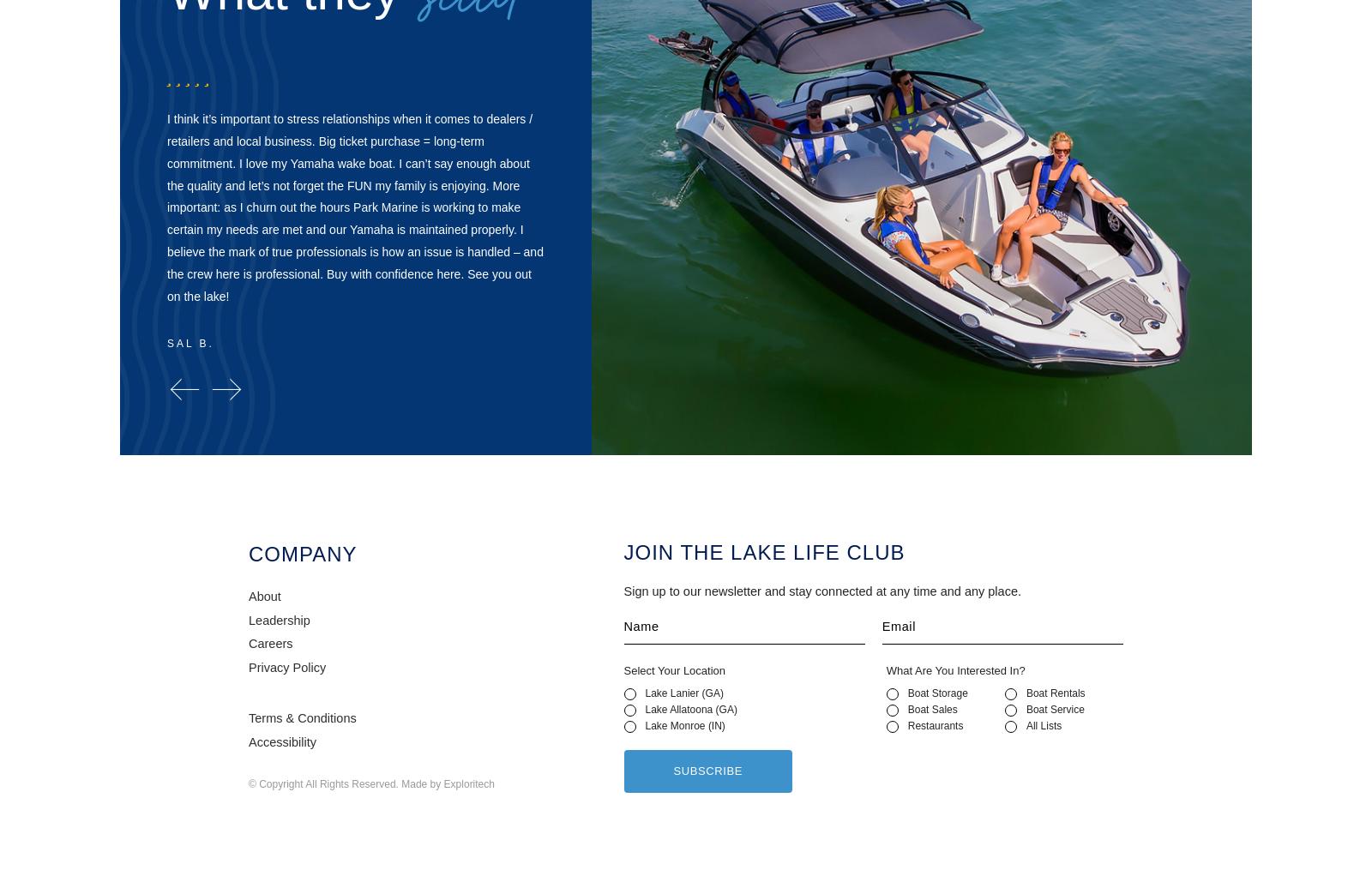 The width and height of the screenshot is (1372, 876). Describe the element at coordinates (190, 342) in the screenshot. I see `'Sal B.'` at that location.